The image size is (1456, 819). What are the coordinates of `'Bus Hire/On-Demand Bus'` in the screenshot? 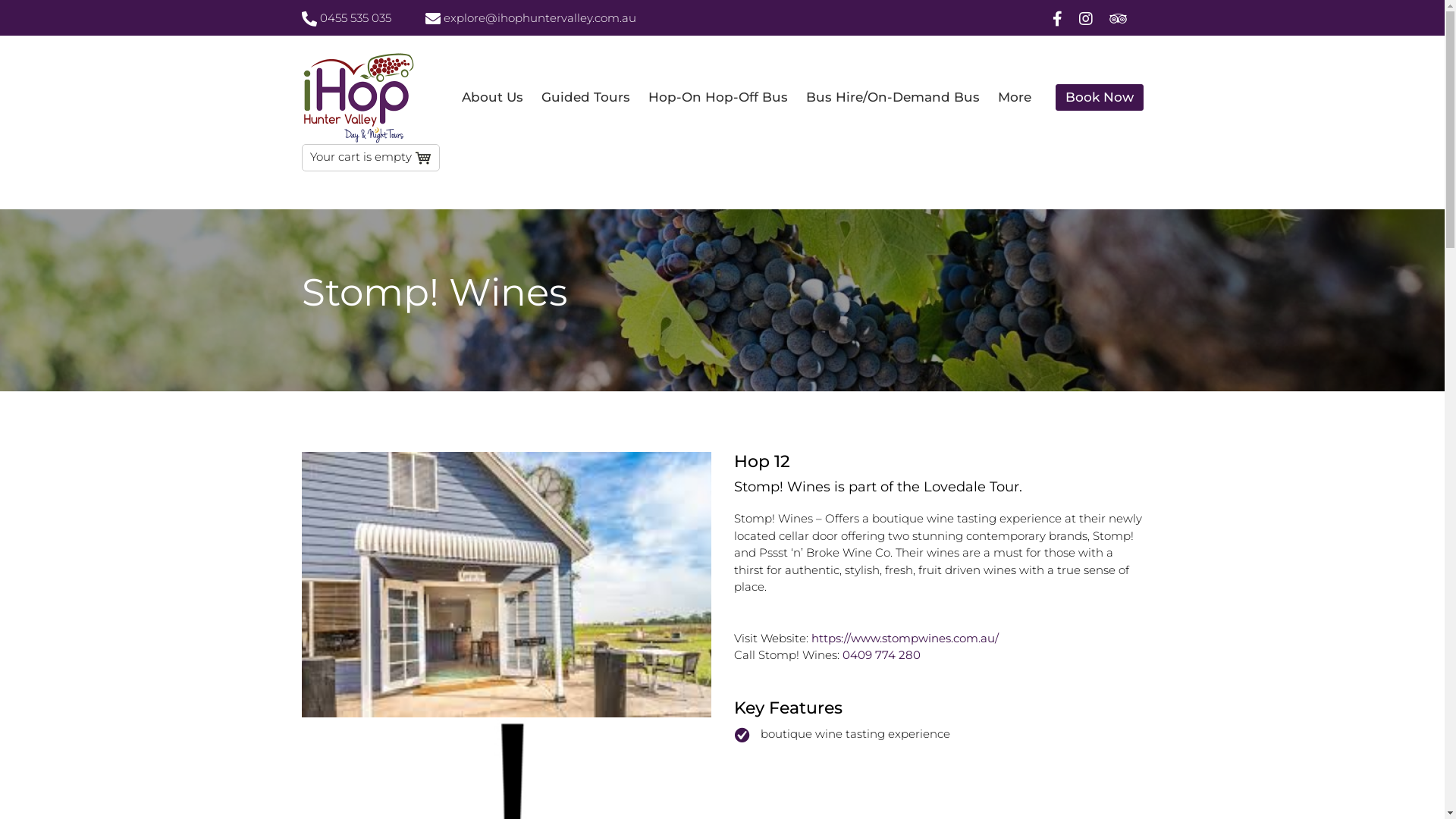 It's located at (892, 97).